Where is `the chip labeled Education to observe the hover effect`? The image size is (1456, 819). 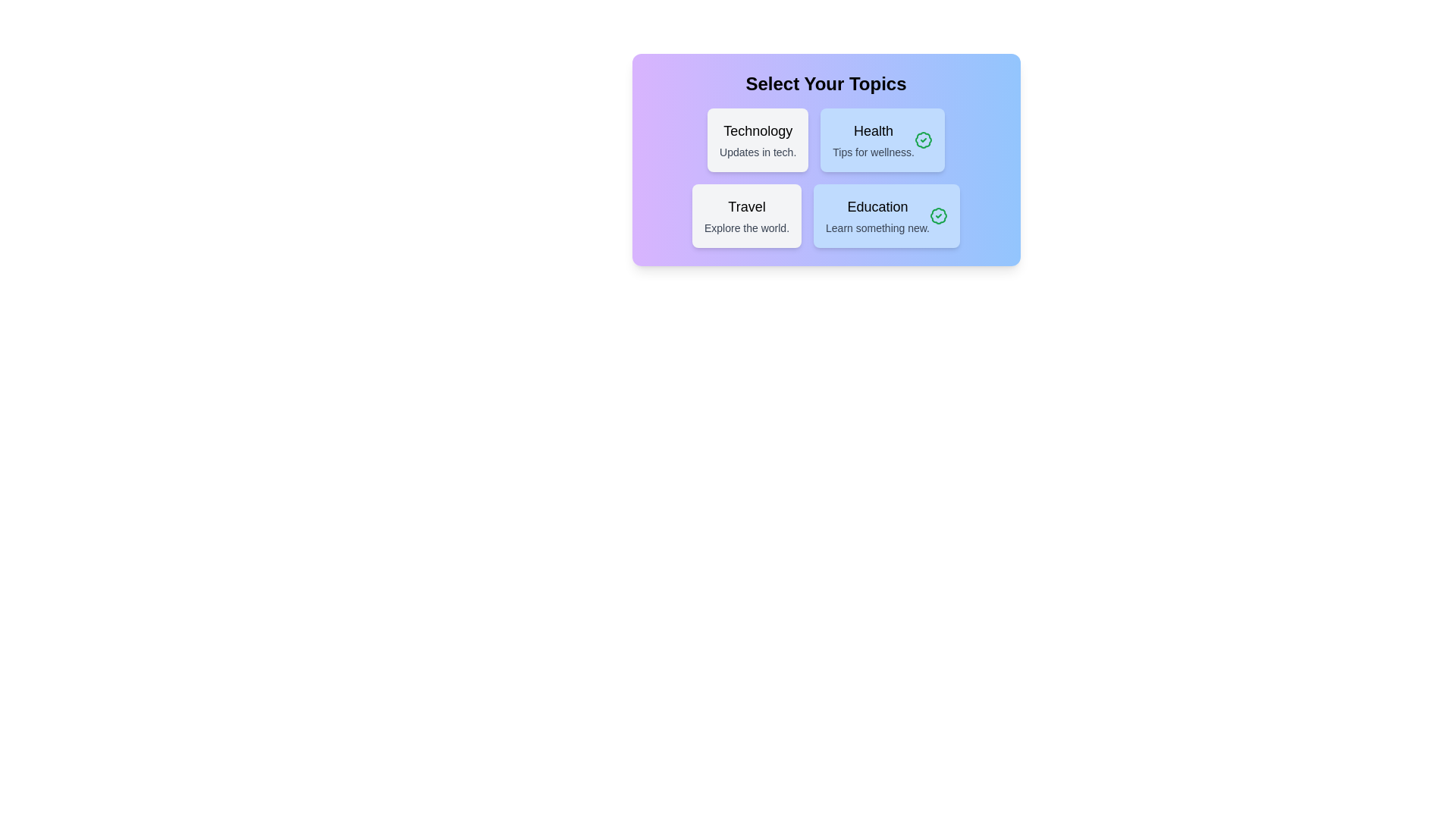 the chip labeled Education to observe the hover effect is located at coordinates (886, 216).